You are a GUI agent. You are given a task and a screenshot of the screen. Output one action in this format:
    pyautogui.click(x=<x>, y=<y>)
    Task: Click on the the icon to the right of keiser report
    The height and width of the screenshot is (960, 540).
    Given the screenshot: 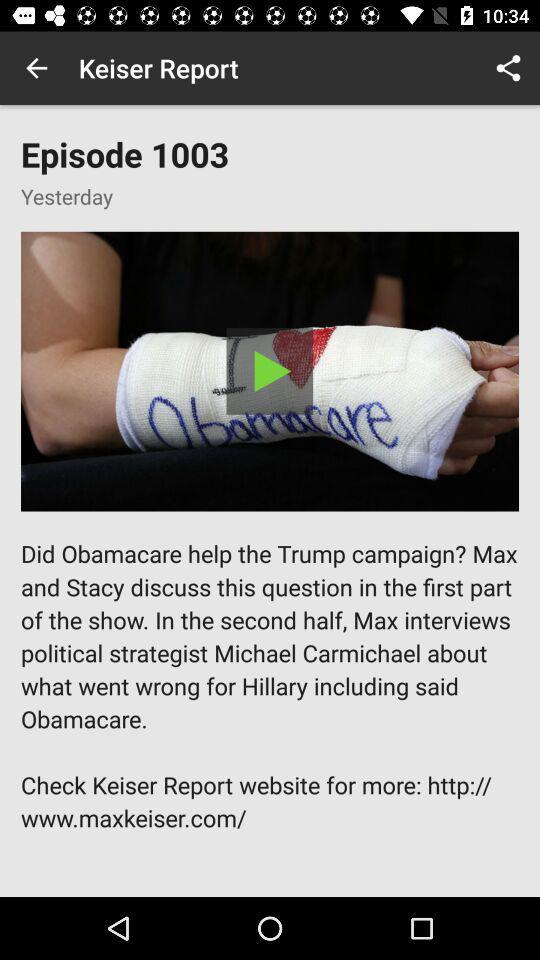 What is the action you would take?
    pyautogui.click(x=508, y=68)
    